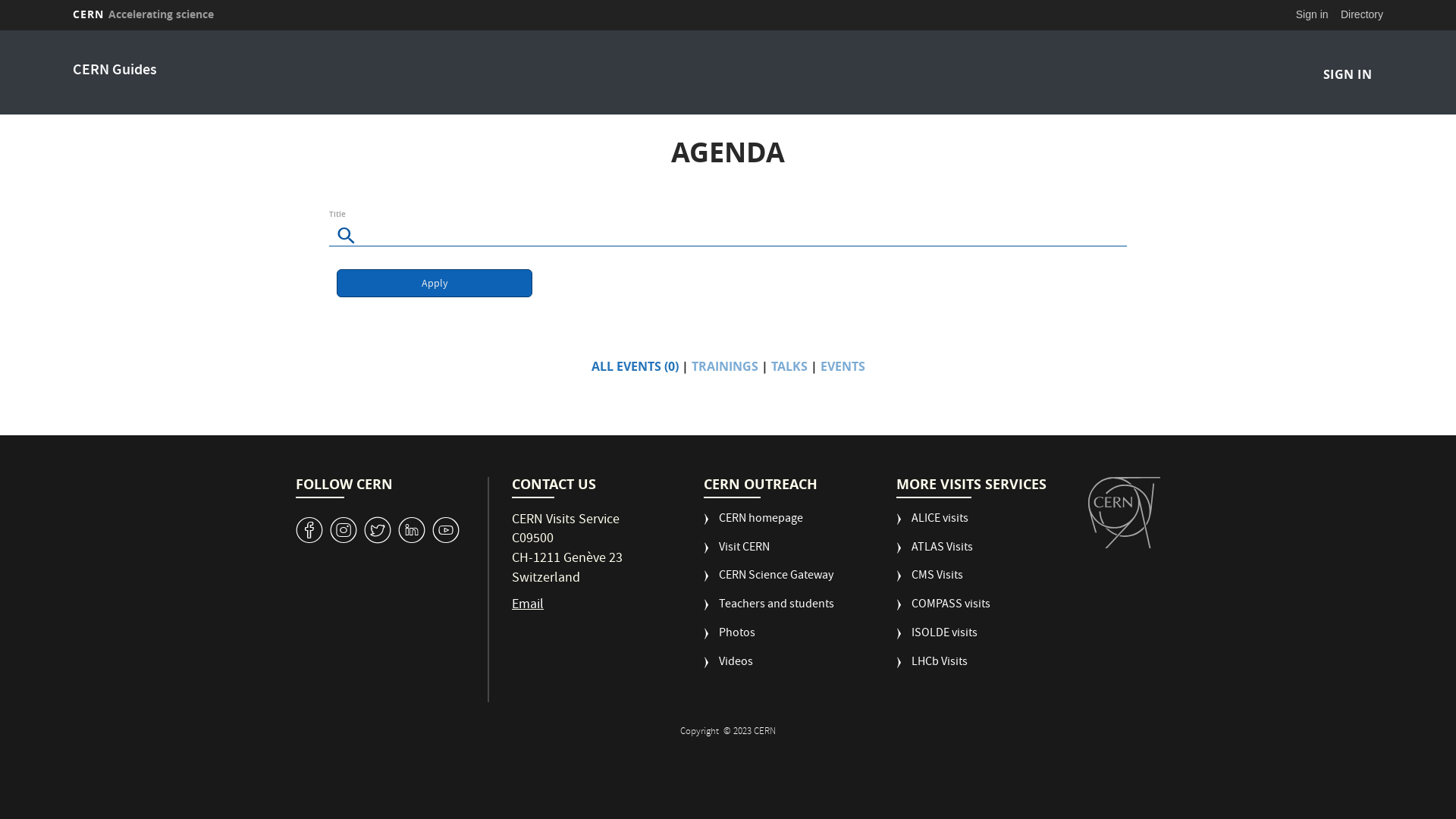 The image size is (1456, 819). Describe the element at coordinates (342, 529) in the screenshot. I see `'J'` at that location.